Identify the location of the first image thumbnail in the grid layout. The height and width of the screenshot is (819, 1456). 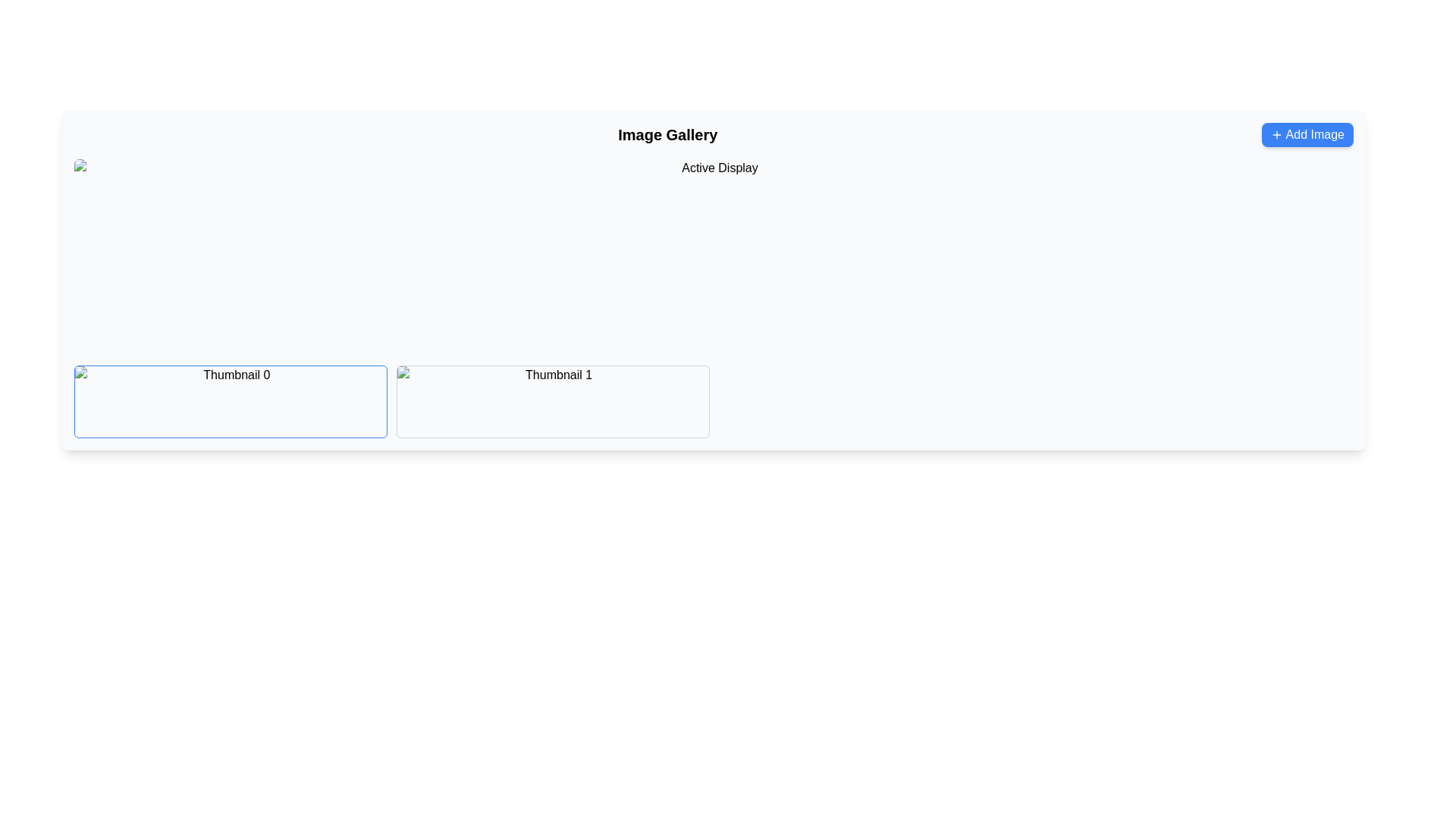
(230, 400).